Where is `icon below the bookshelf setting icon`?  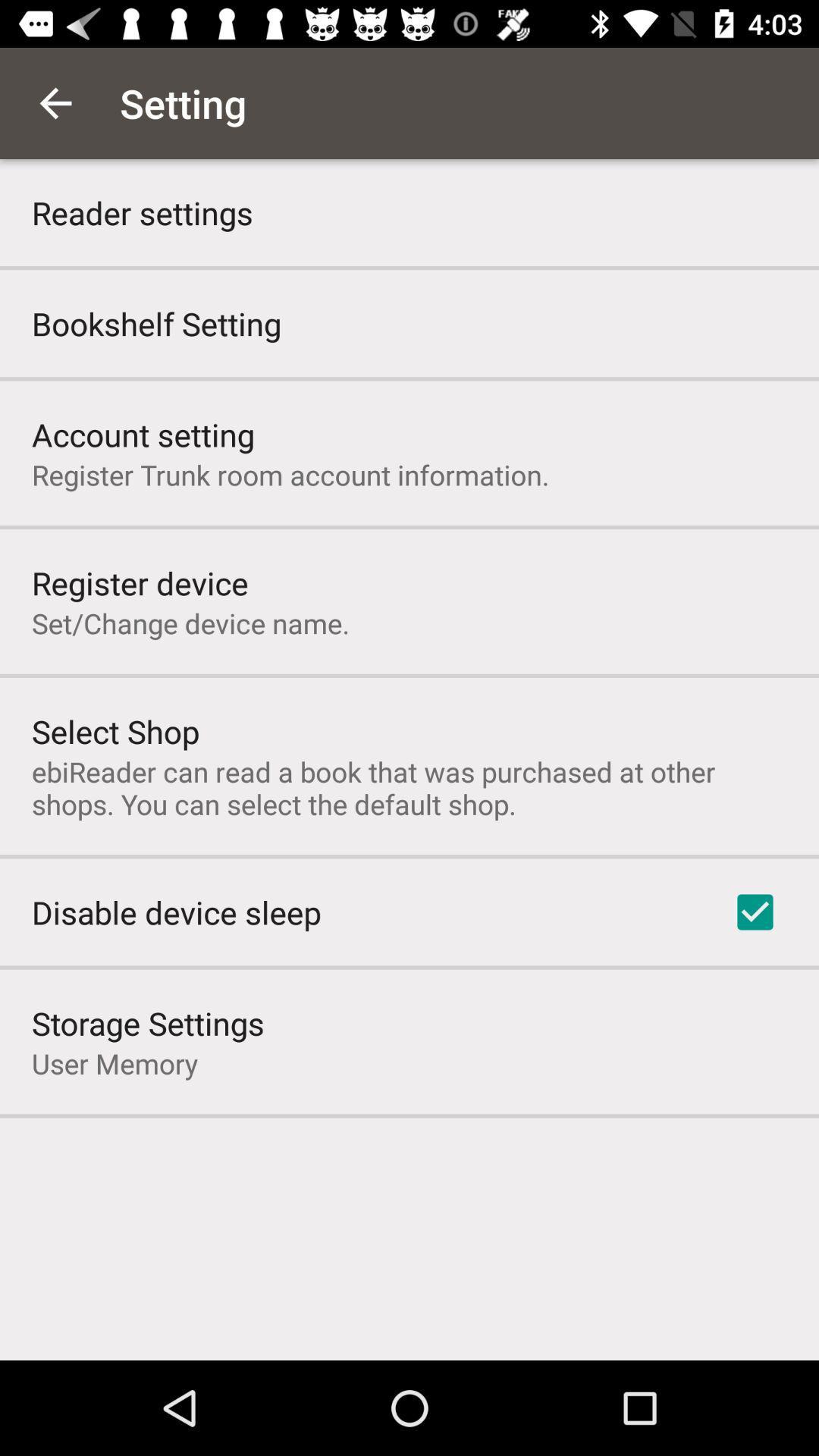
icon below the bookshelf setting icon is located at coordinates (143, 433).